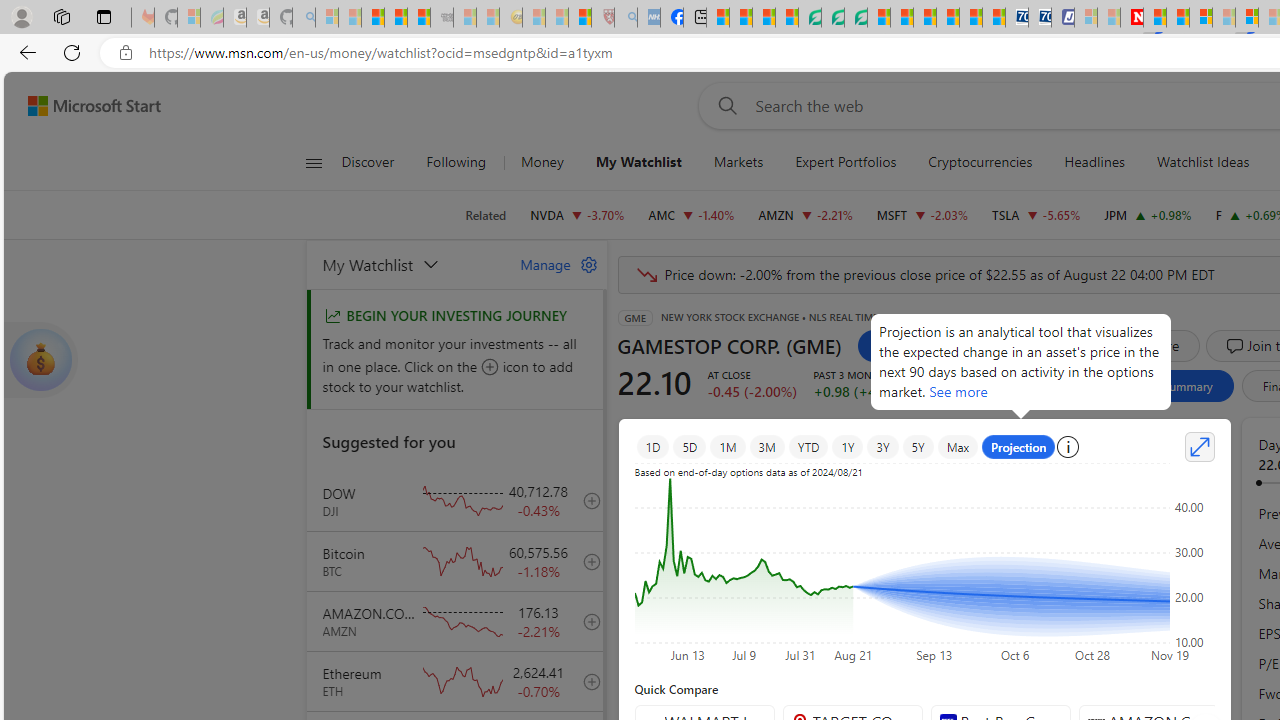 The width and height of the screenshot is (1280, 720). I want to click on '5D', so click(689, 446).